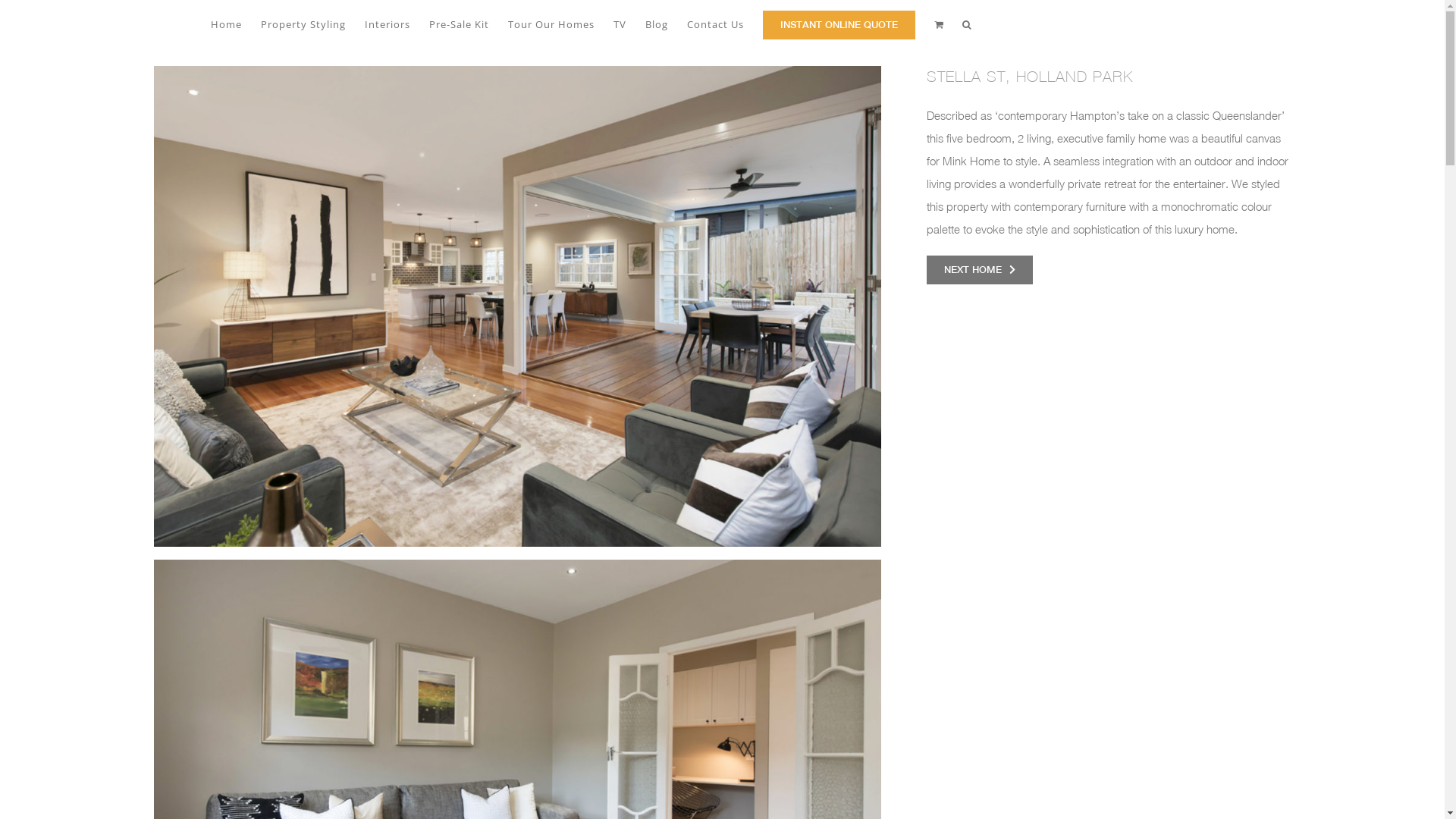 The height and width of the screenshot is (819, 1456). Describe the element at coordinates (619, 23) in the screenshot. I see `'TV'` at that location.